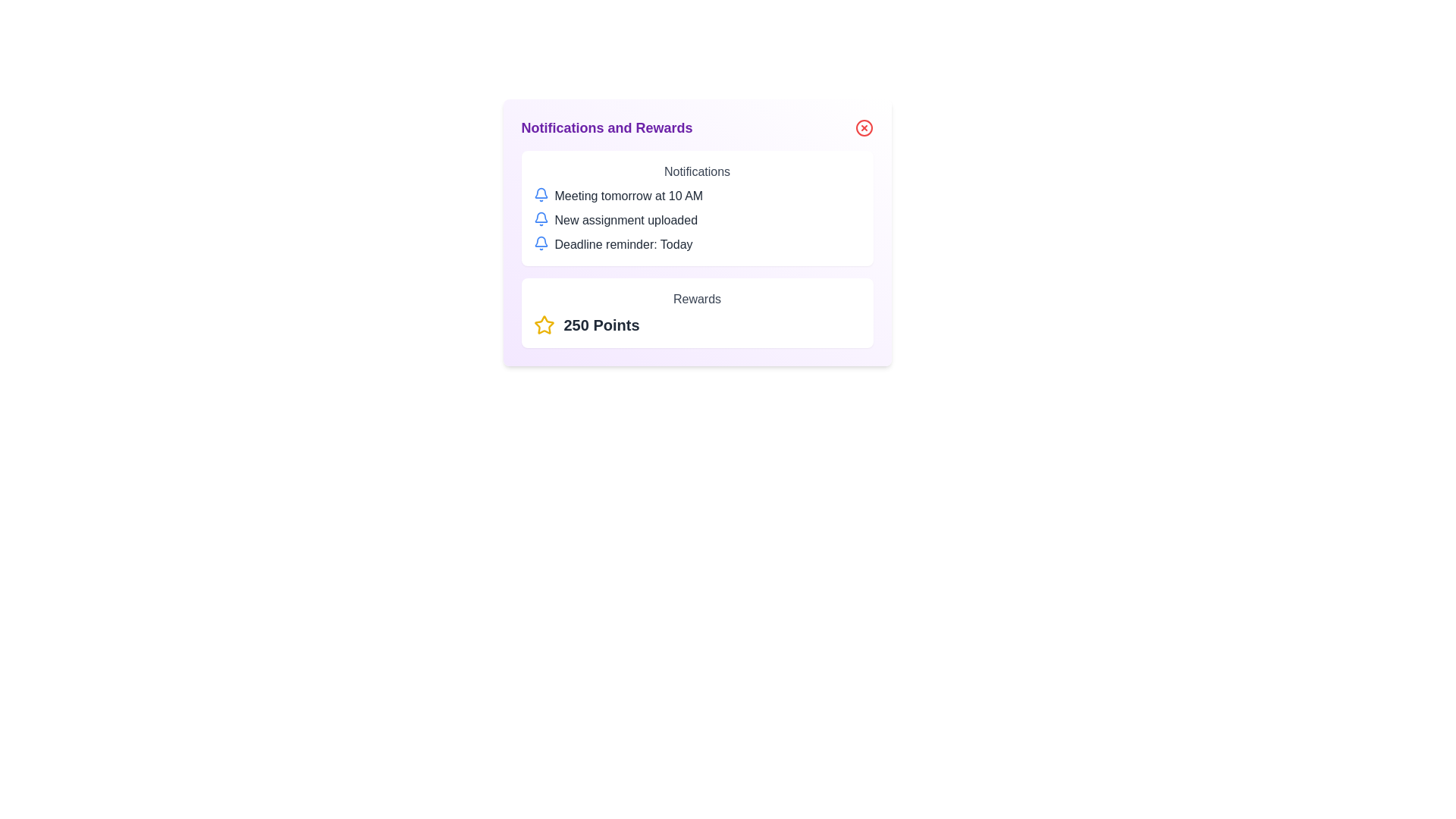  Describe the element at coordinates (541, 242) in the screenshot. I see `the notification bell icon, which serves as a visual indicator for the deadline reminder positioned to the left of the text 'Deadline reminder: Today'` at that location.